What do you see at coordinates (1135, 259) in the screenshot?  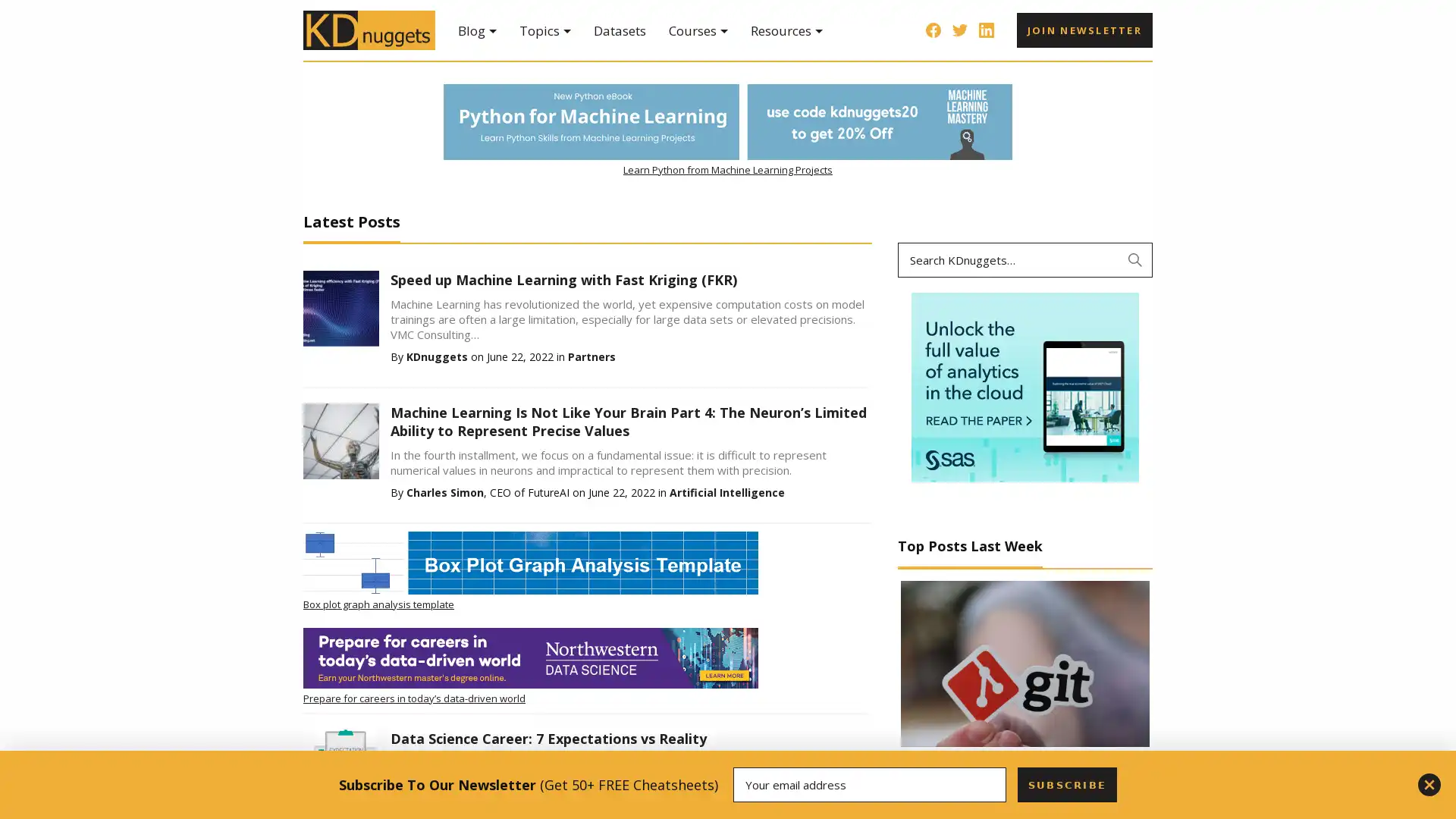 I see `Search` at bounding box center [1135, 259].